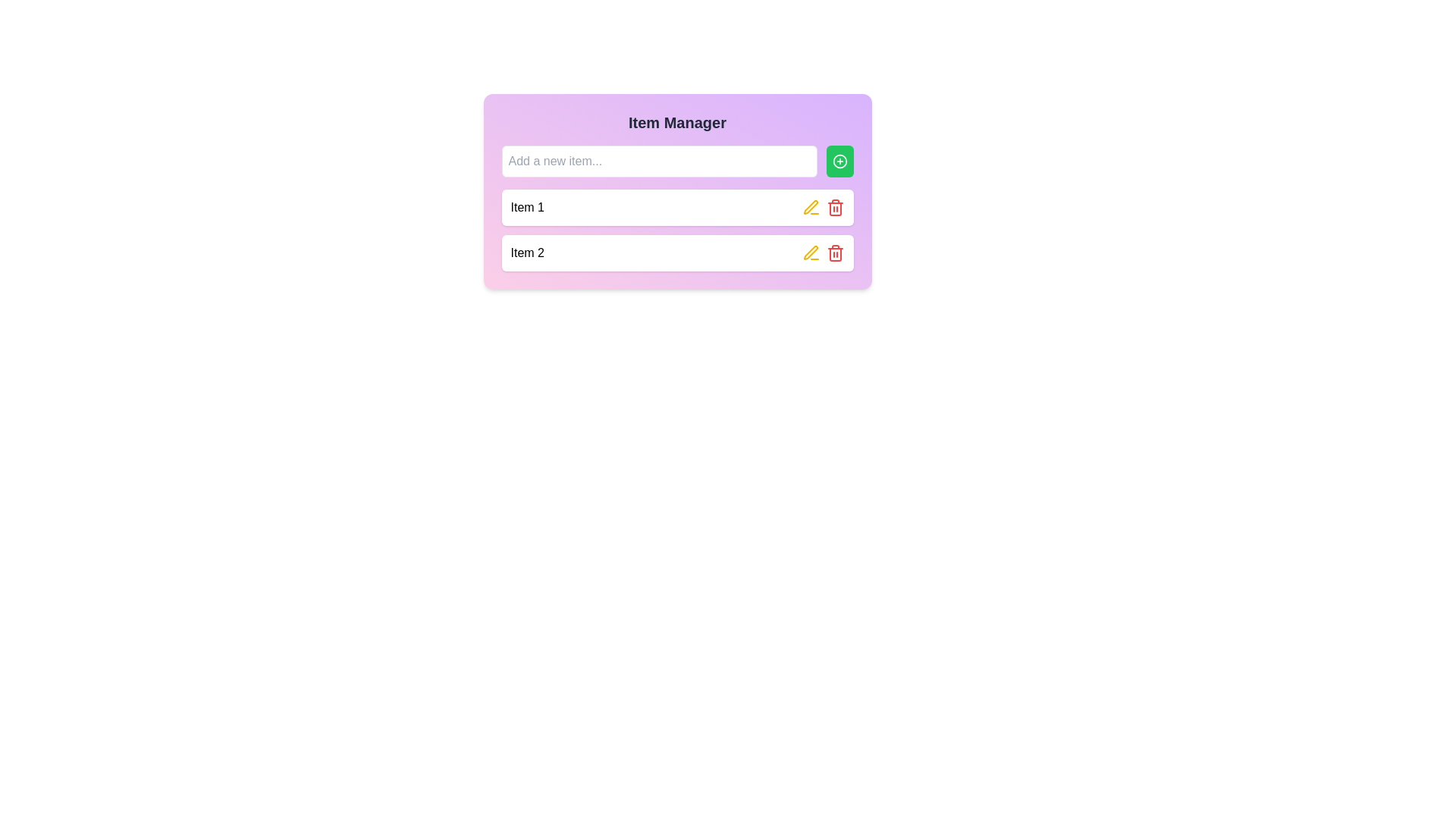 This screenshot has width=1456, height=819. I want to click on the bright yellow pen icon located next to the delete icon in the bottom row of the item list, so click(810, 207).